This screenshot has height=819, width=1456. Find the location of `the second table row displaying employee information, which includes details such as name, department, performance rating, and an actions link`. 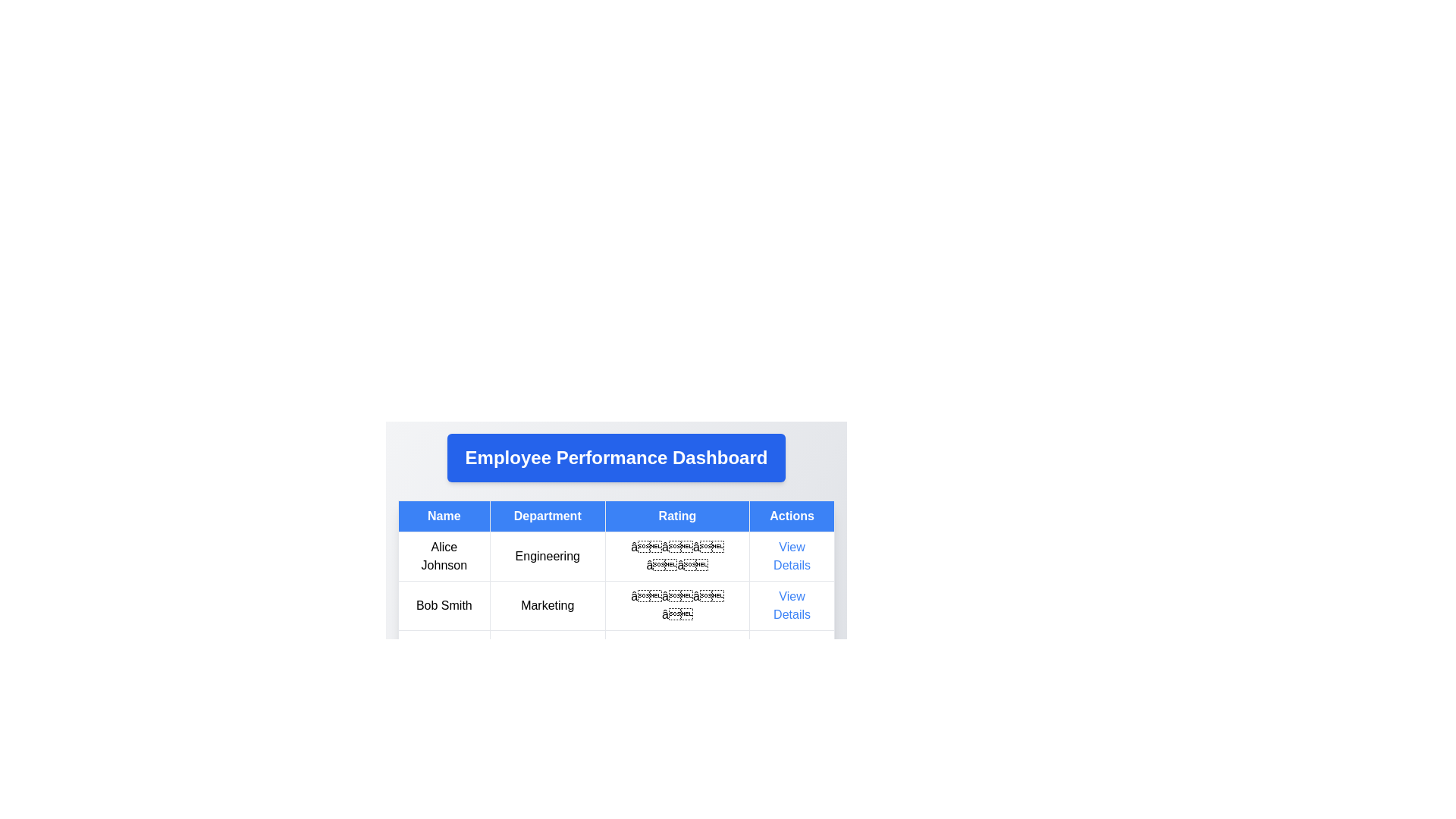

the second table row displaying employee information, which includes details such as name, department, performance rating, and an actions link is located at coordinates (616, 604).